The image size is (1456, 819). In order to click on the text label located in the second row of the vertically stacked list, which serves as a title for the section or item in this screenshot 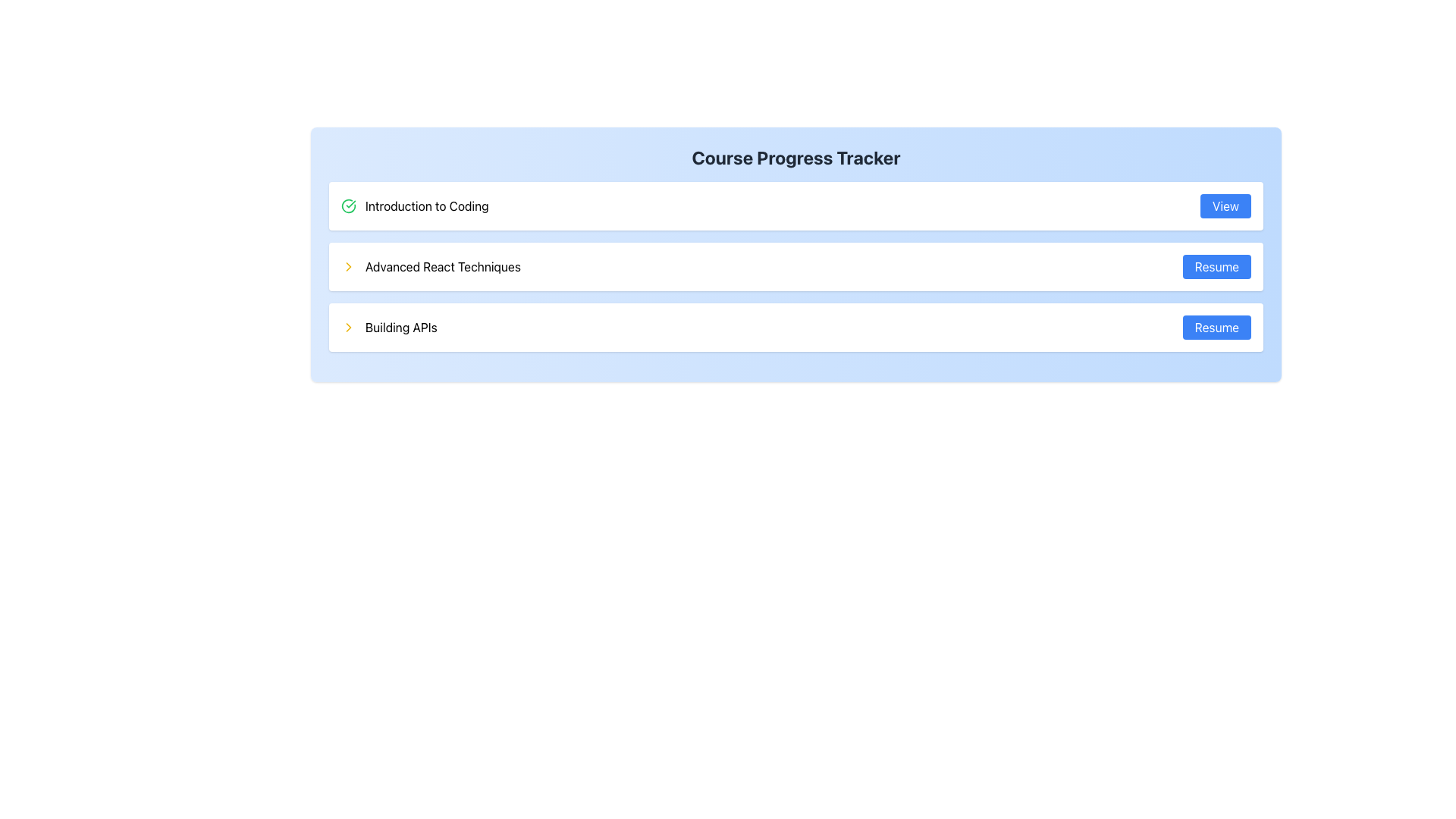, I will do `click(442, 265)`.